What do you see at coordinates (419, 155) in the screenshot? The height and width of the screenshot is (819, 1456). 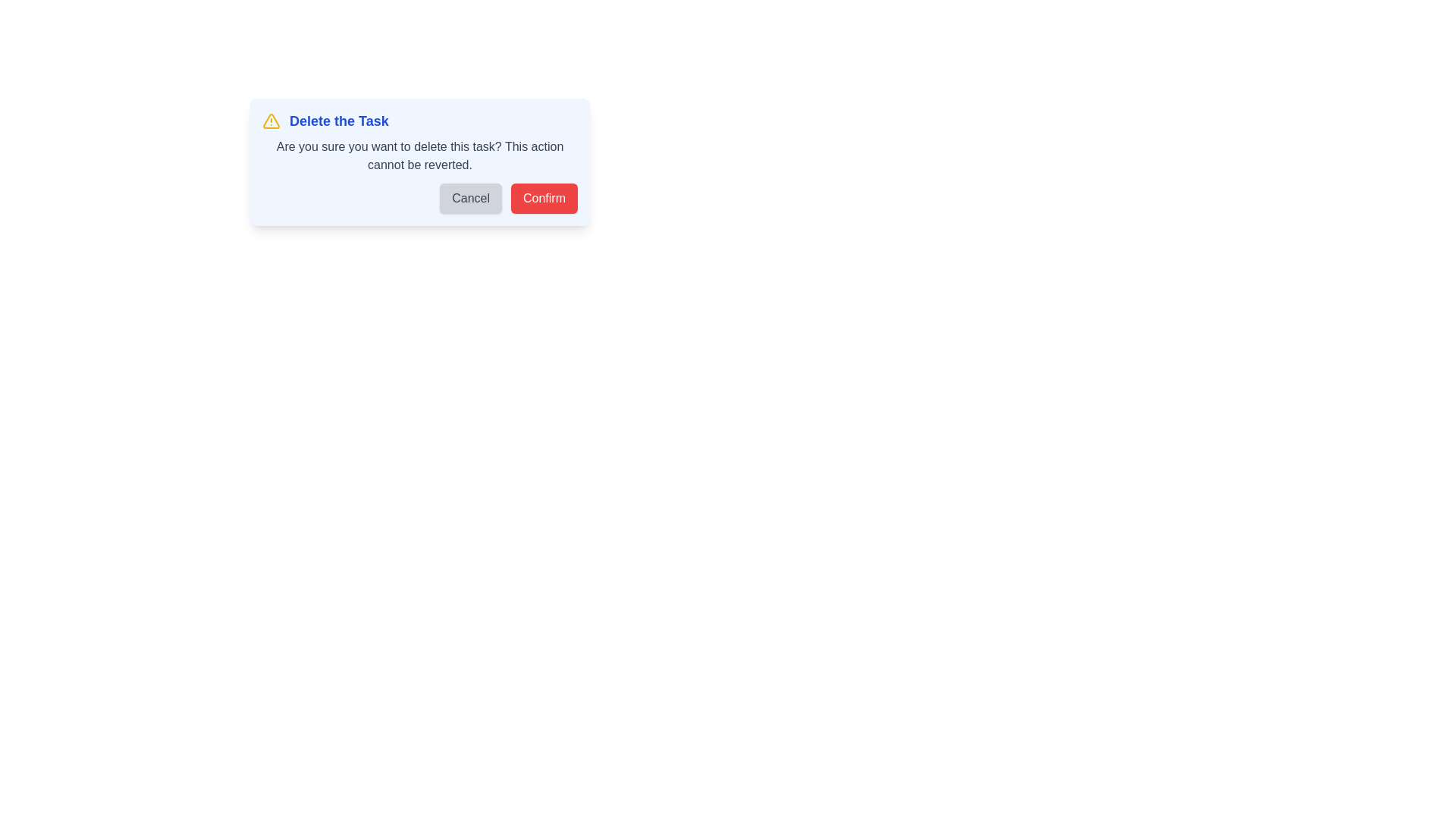 I see `the cautionary text label in the confirmation dialog that warns about the irreversibility of the delete action` at bounding box center [419, 155].